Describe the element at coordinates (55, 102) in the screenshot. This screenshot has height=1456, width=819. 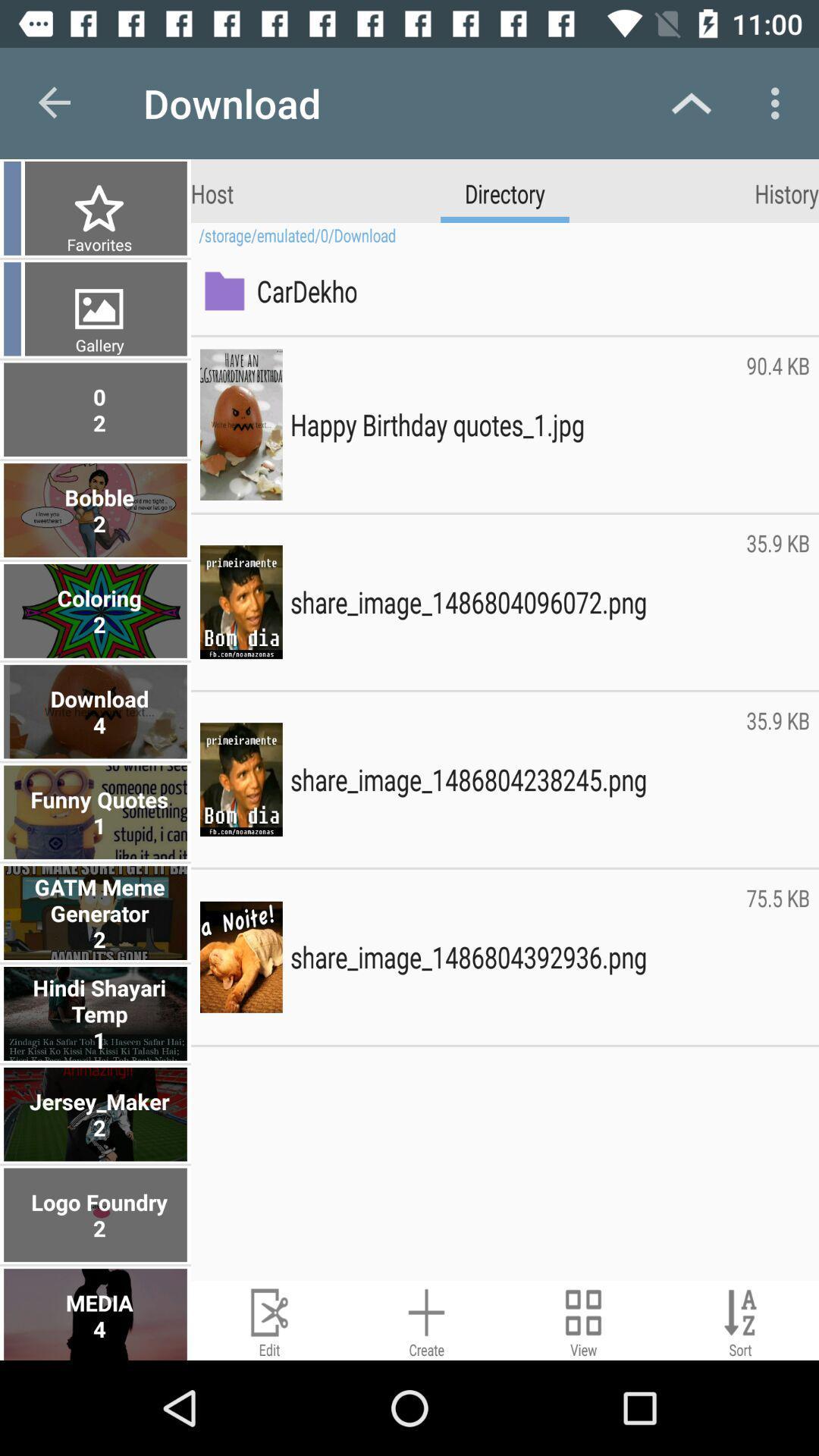
I see `icon next to the download` at that location.